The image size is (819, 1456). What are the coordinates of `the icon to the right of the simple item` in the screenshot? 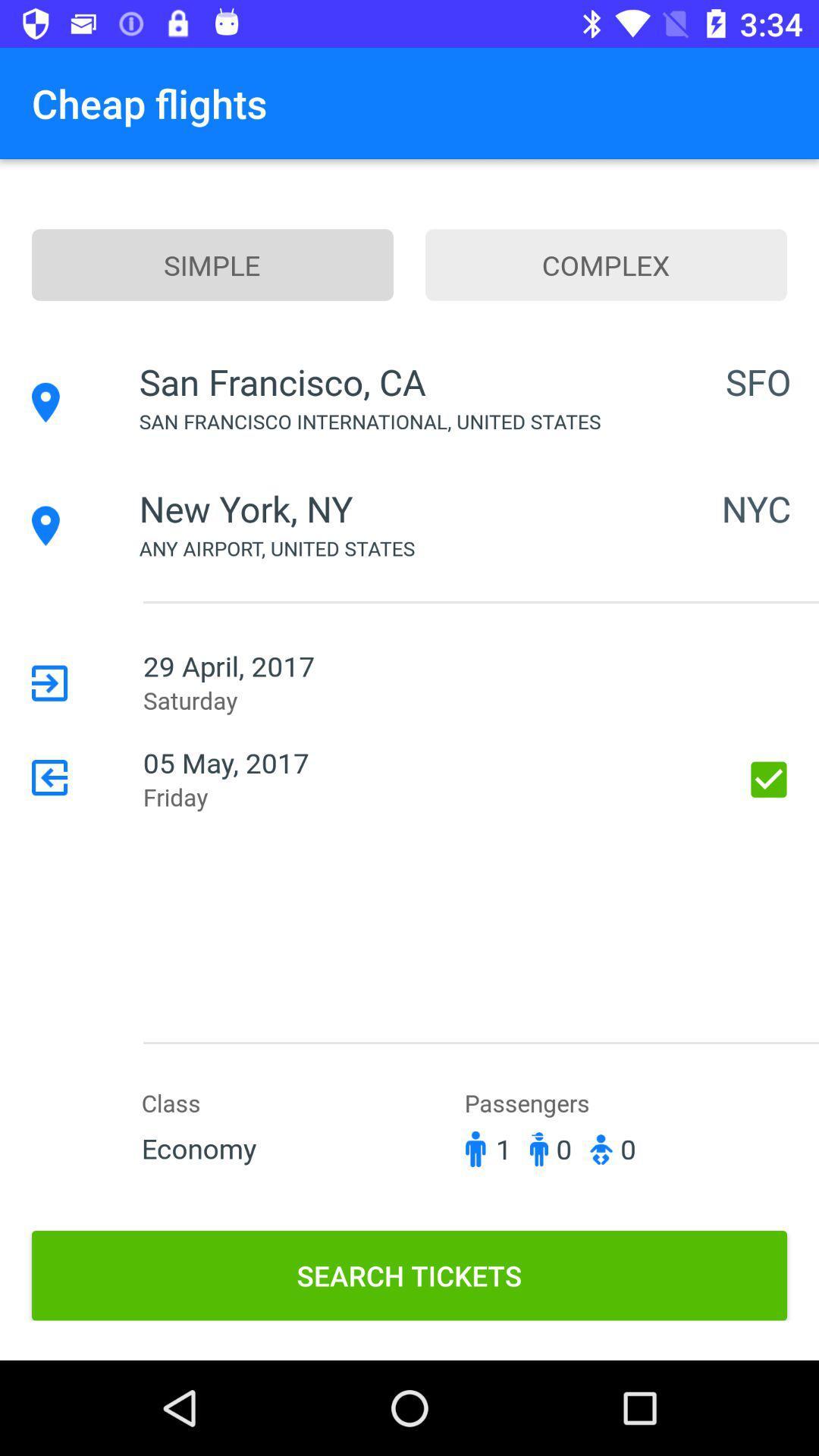 It's located at (605, 265).